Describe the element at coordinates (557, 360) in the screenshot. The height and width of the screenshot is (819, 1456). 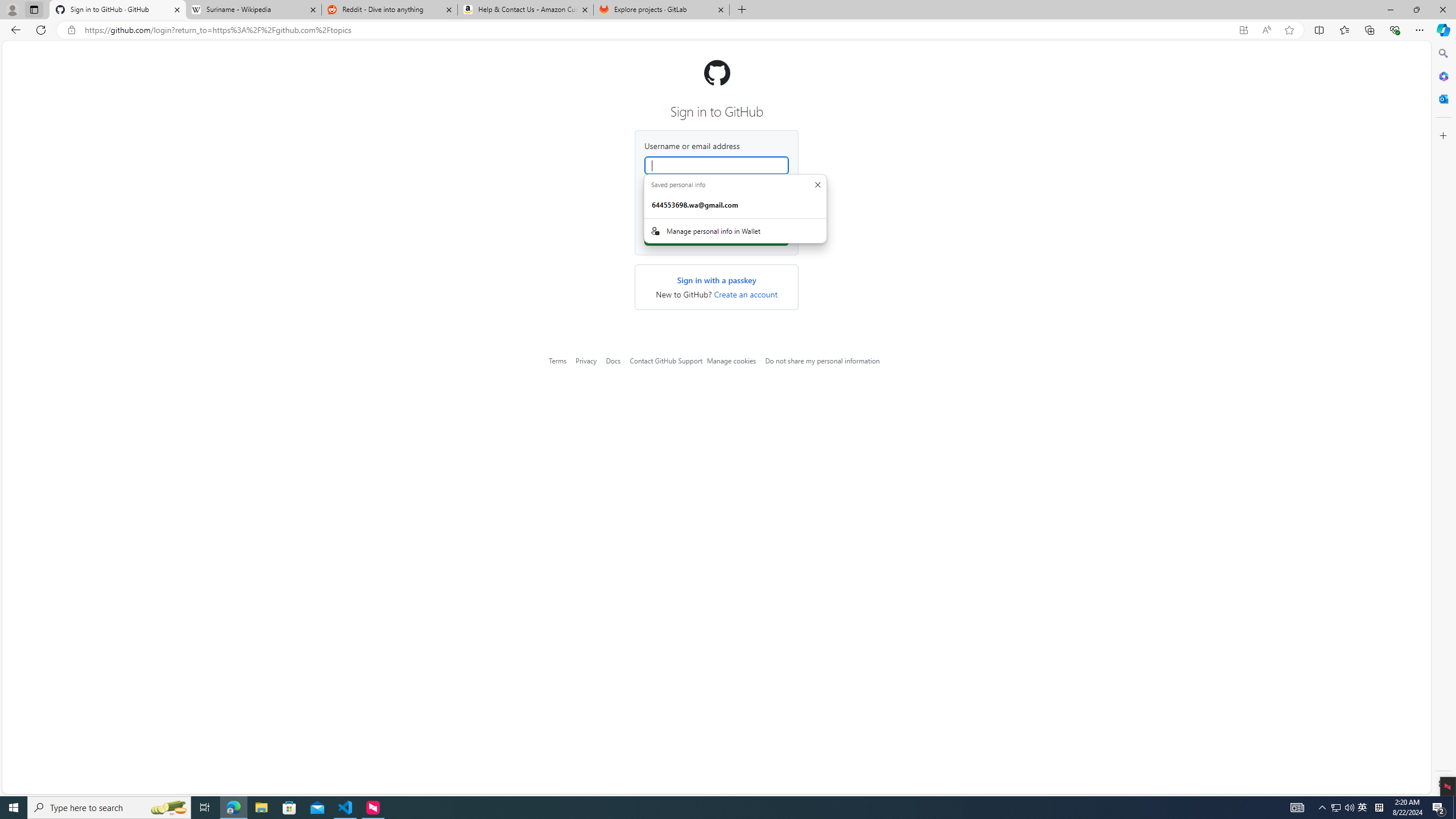
I see `'Terms'` at that location.